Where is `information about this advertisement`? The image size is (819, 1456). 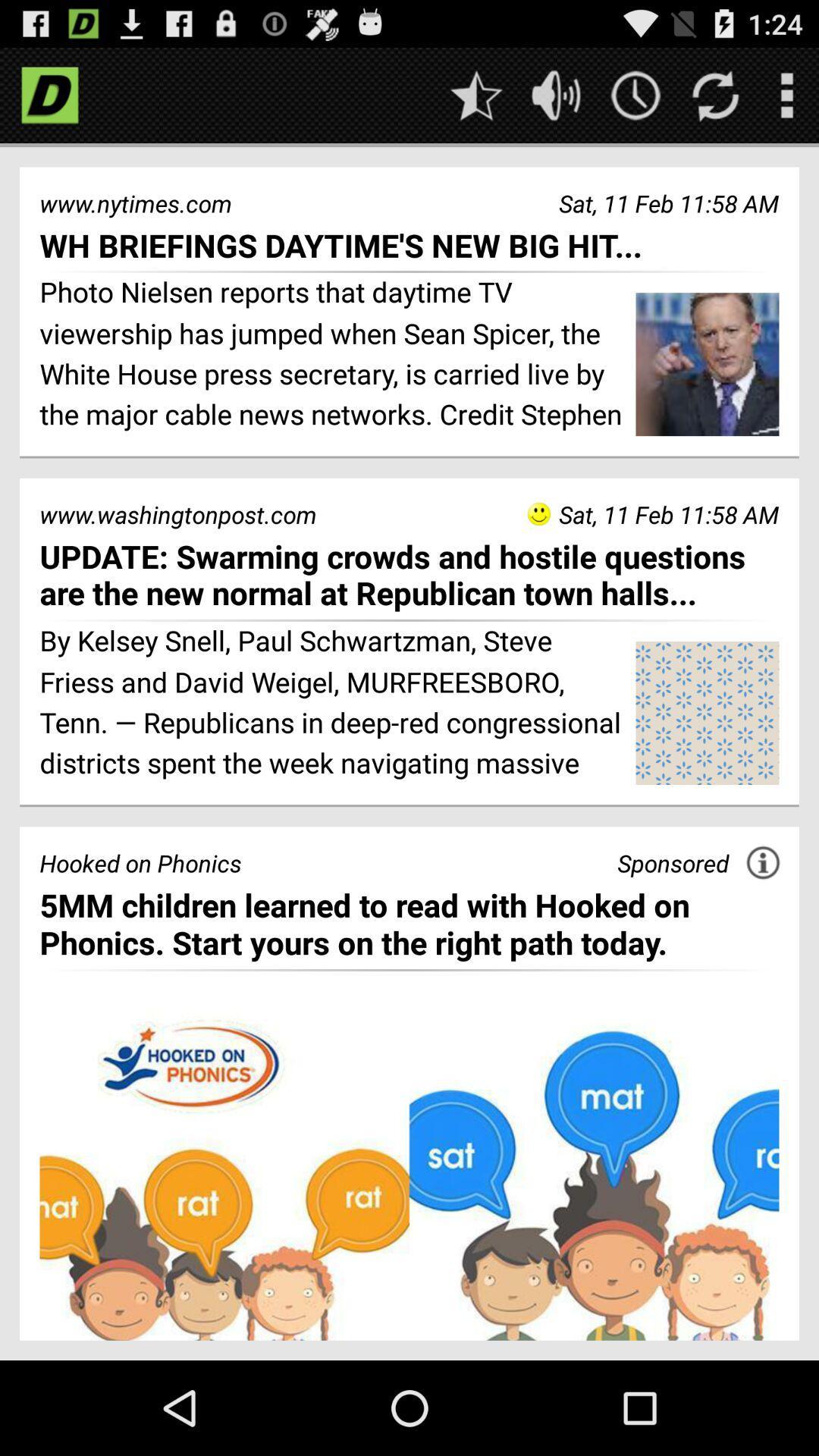 information about this advertisement is located at coordinates (763, 862).